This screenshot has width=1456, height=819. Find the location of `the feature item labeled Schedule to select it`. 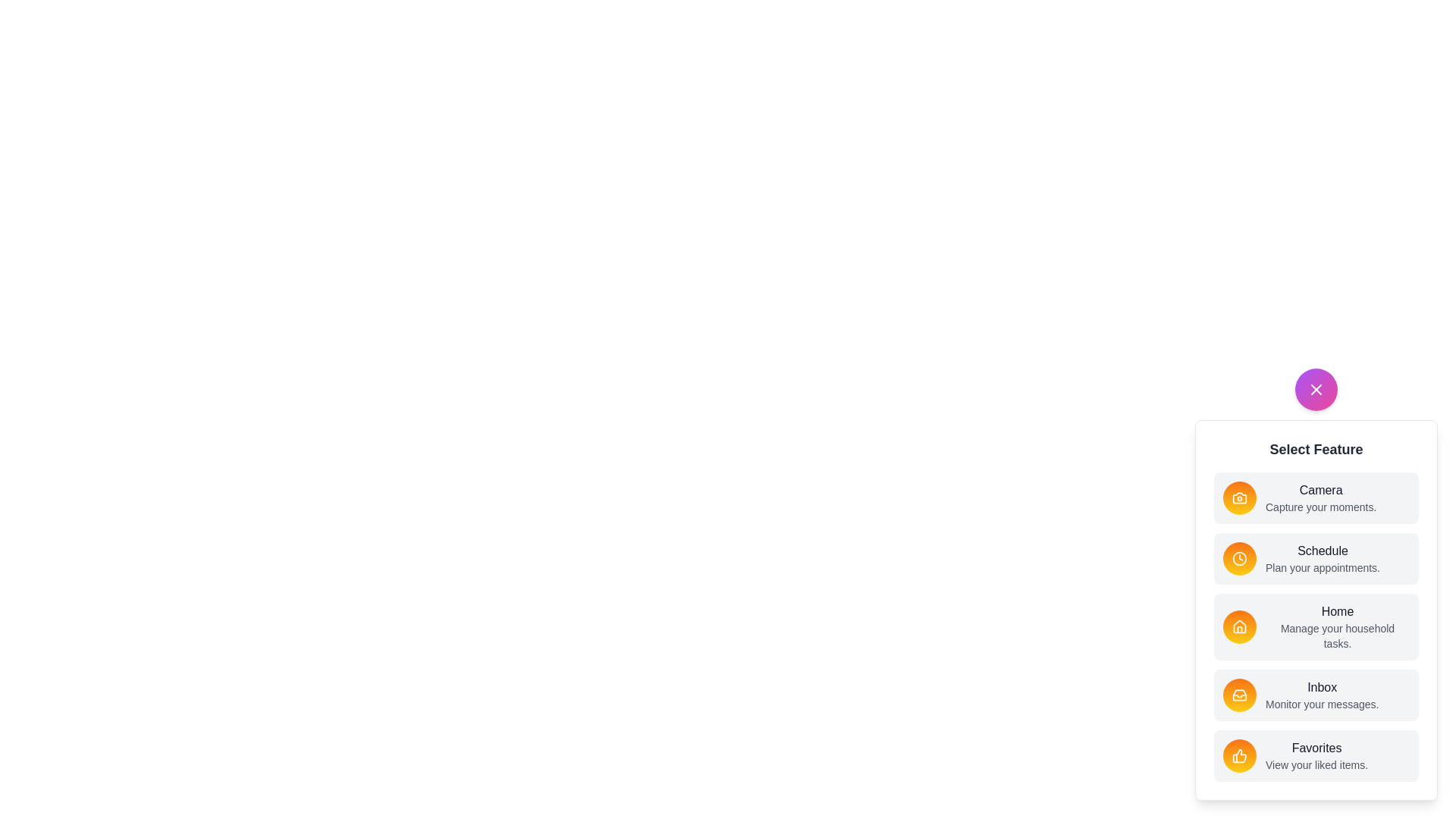

the feature item labeled Schedule to select it is located at coordinates (1316, 558).